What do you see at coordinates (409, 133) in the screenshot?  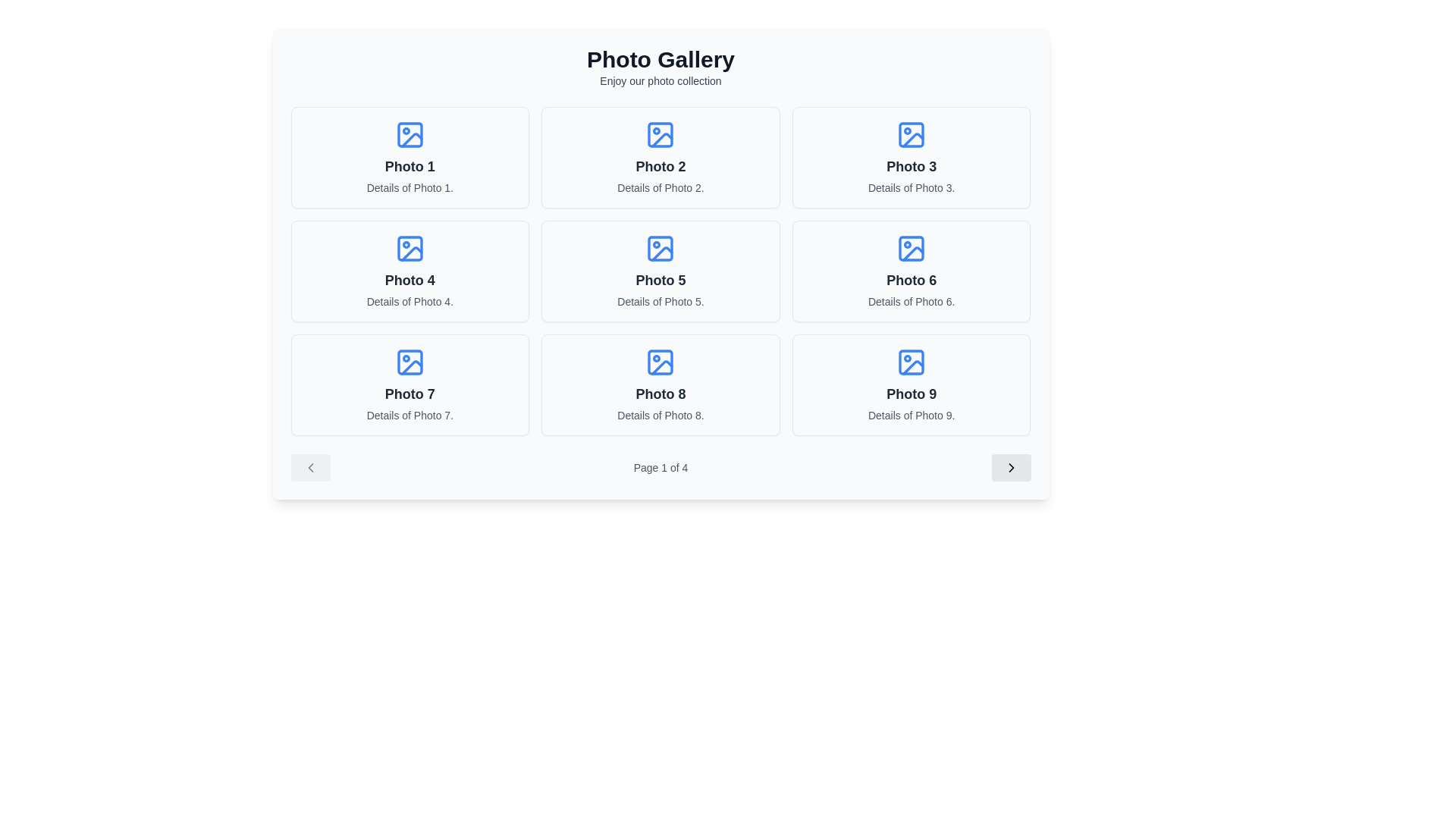 I see `the blue square icon representing an image located in the top-left corner of the grid layout` at bounding box center [409, 133].